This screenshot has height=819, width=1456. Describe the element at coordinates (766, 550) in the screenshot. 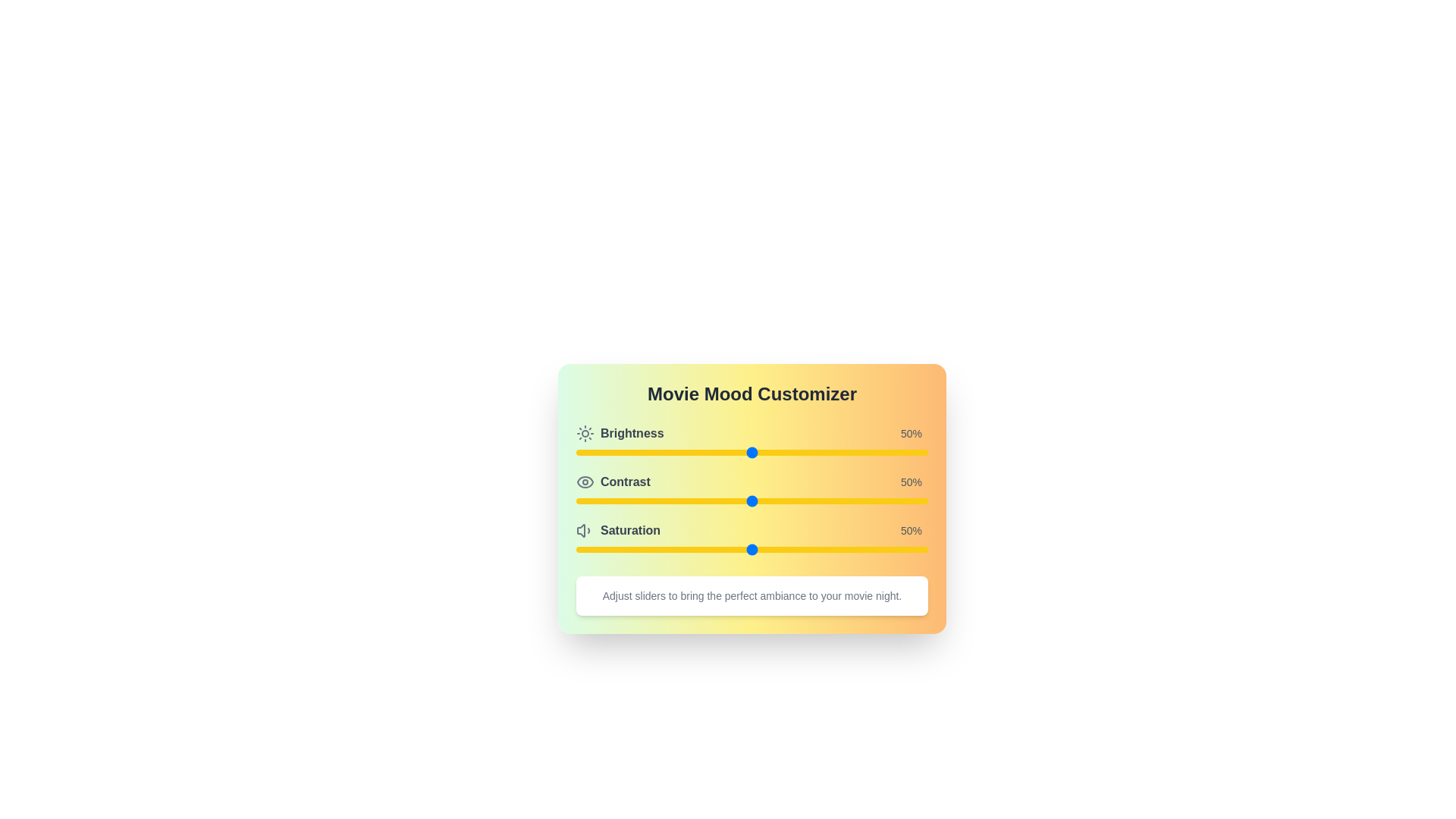

I see `the slider` at that location.